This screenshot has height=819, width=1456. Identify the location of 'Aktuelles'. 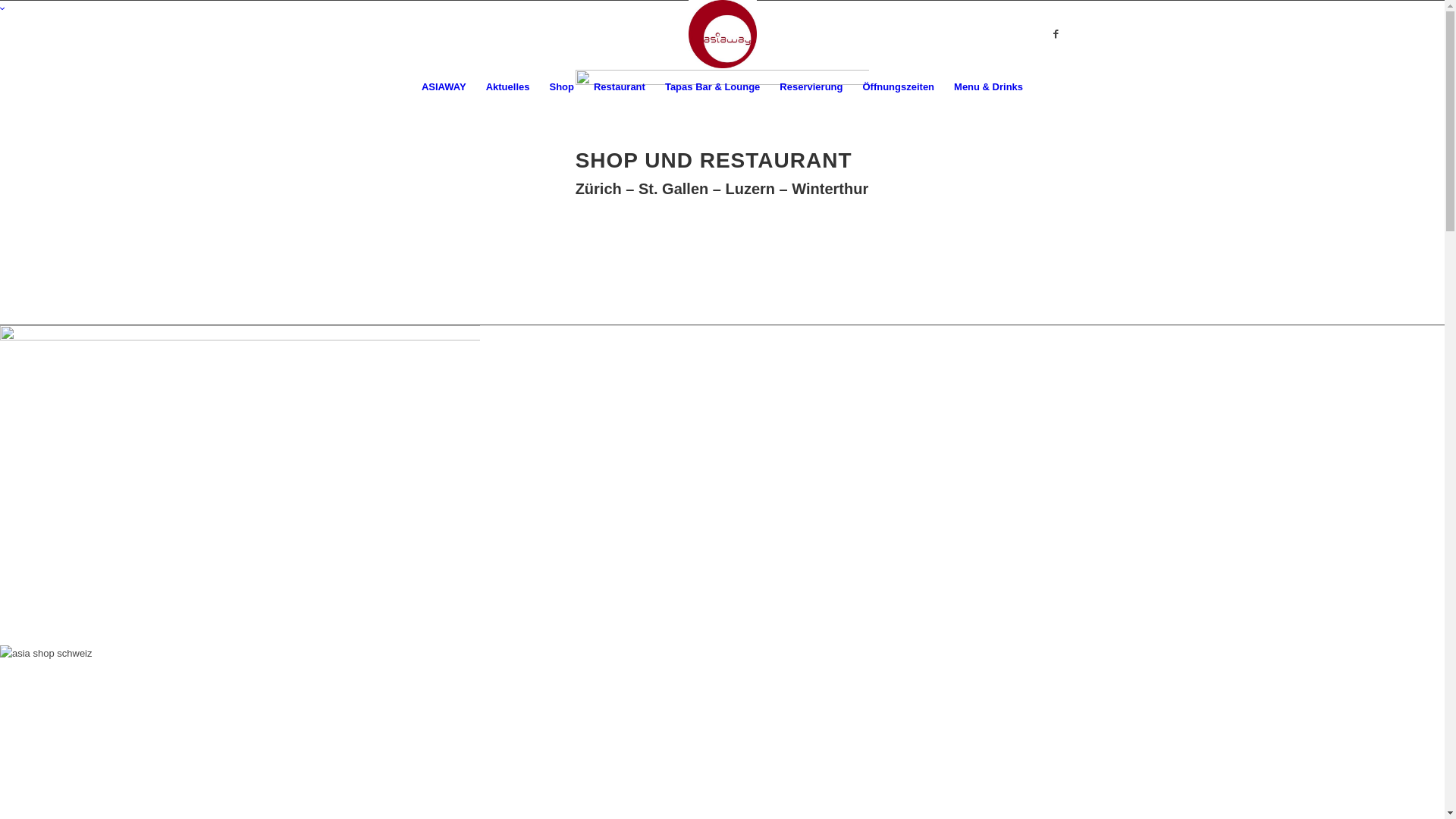
(508, 87).